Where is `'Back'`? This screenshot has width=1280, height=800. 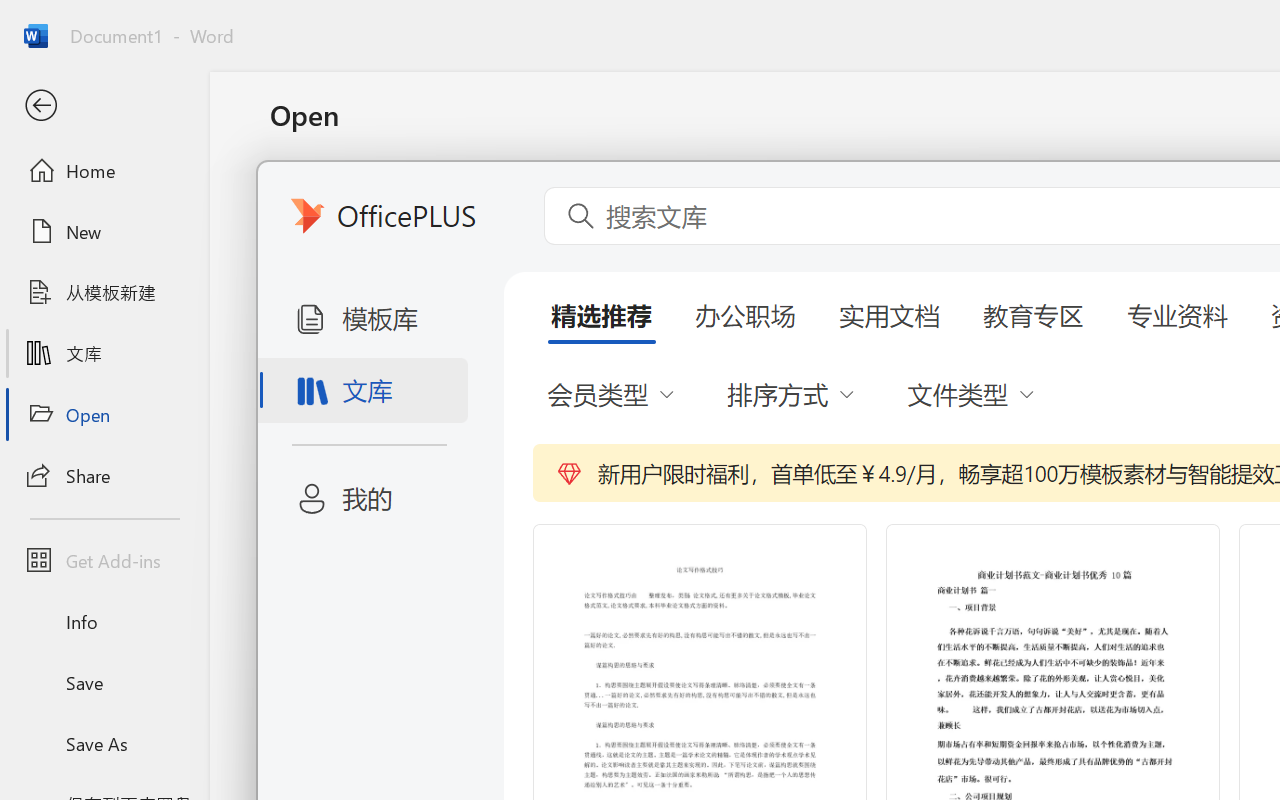 'Back' is located at coordinates (103, 105).